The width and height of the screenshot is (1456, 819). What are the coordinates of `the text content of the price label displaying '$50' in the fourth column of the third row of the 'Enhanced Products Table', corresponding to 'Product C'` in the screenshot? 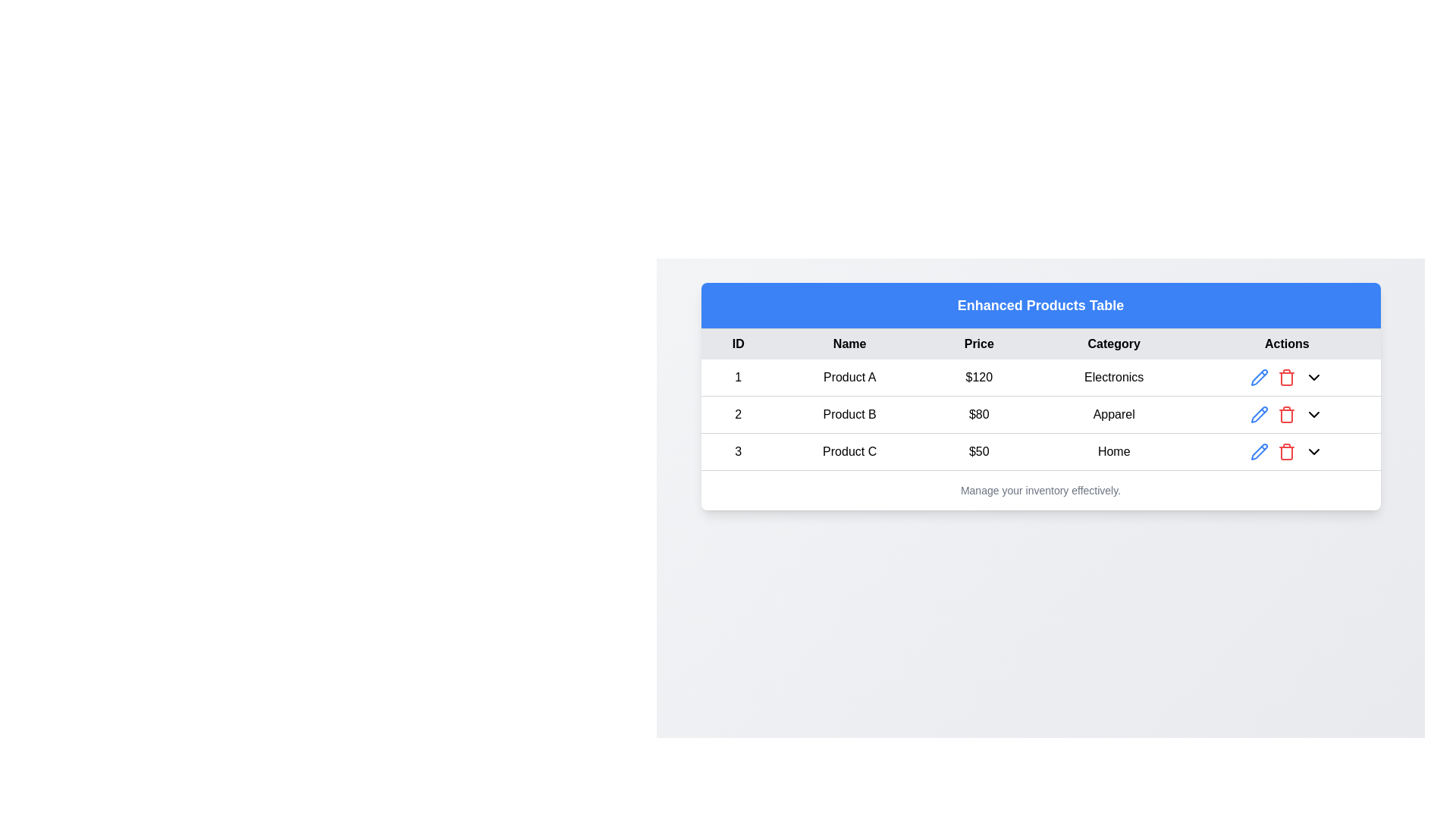 It's located at (979, 451).